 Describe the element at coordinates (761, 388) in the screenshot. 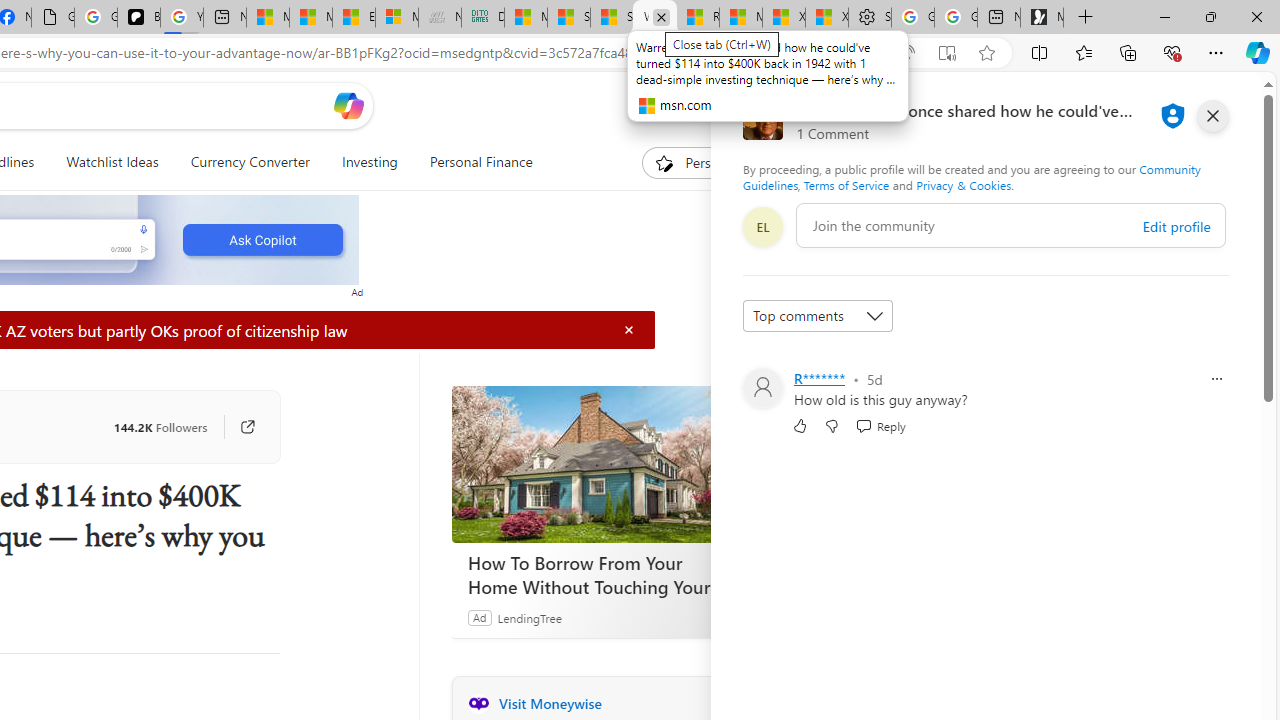

I see `'Profile Picture'` at that location.